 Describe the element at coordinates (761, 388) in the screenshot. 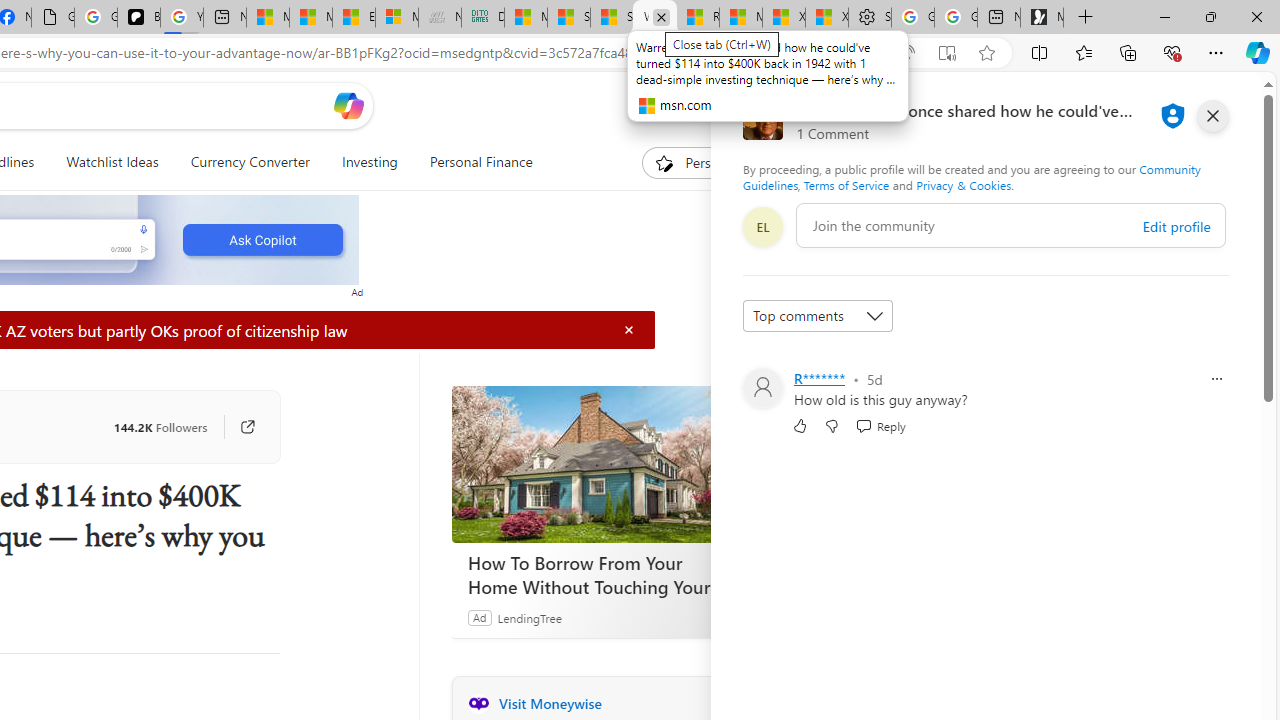

I see `'Profile Picture'` at that location.